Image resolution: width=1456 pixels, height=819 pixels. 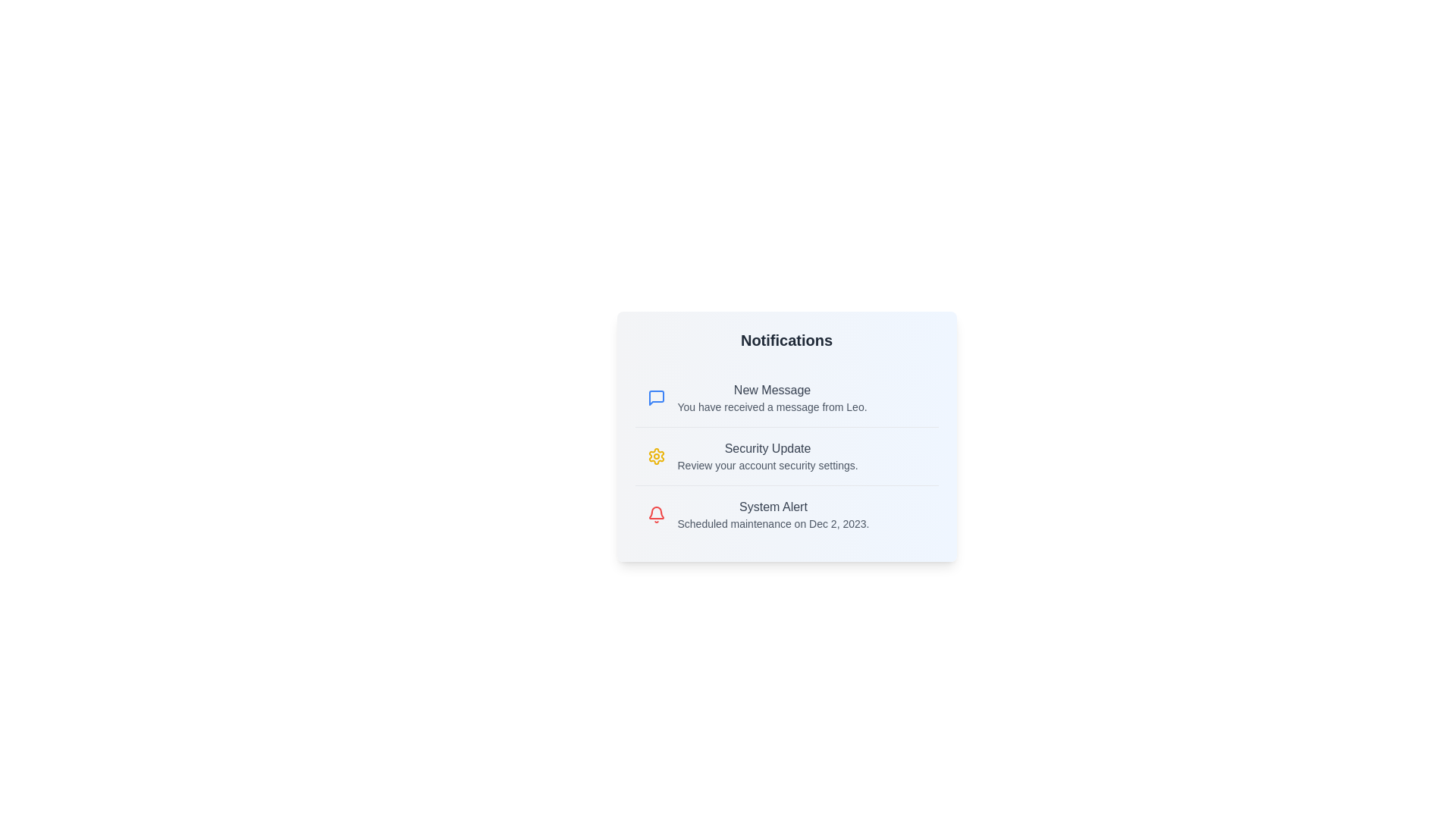 I want to click on the notification titled 'New Message' to view its details, so click(x=786, y=397).